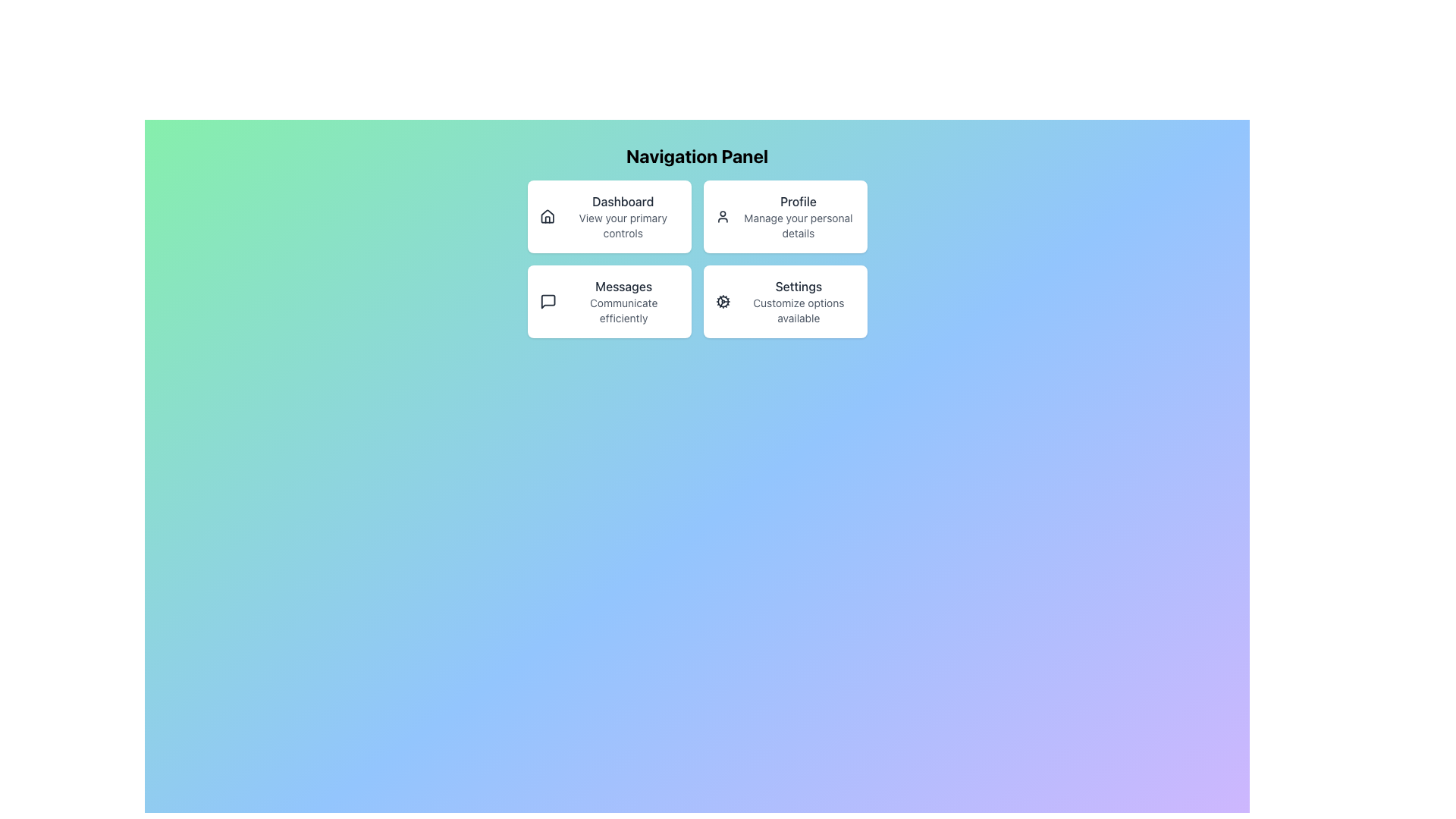 This screenshot has width=1456, height=819. Describe the element at coordinates (546, 216) in the screenshot. I see `the second icon in the 'Dashboard' navigation grid that represents the 'Dashboard' concept` at that location.